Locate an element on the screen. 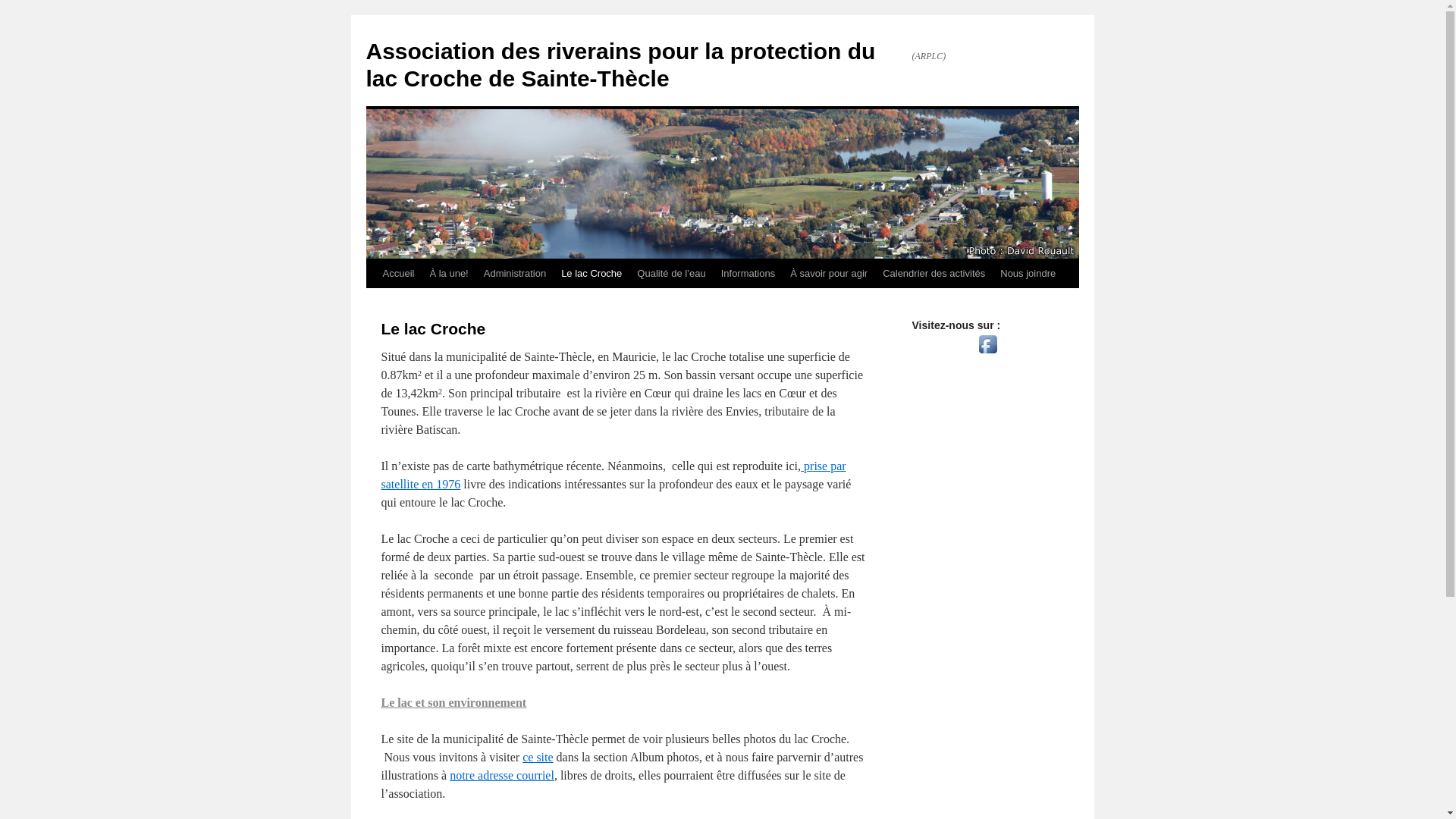 The width and height of the screenshot is (1456, 819). 'ce site' is located at coordinates (538, 757).